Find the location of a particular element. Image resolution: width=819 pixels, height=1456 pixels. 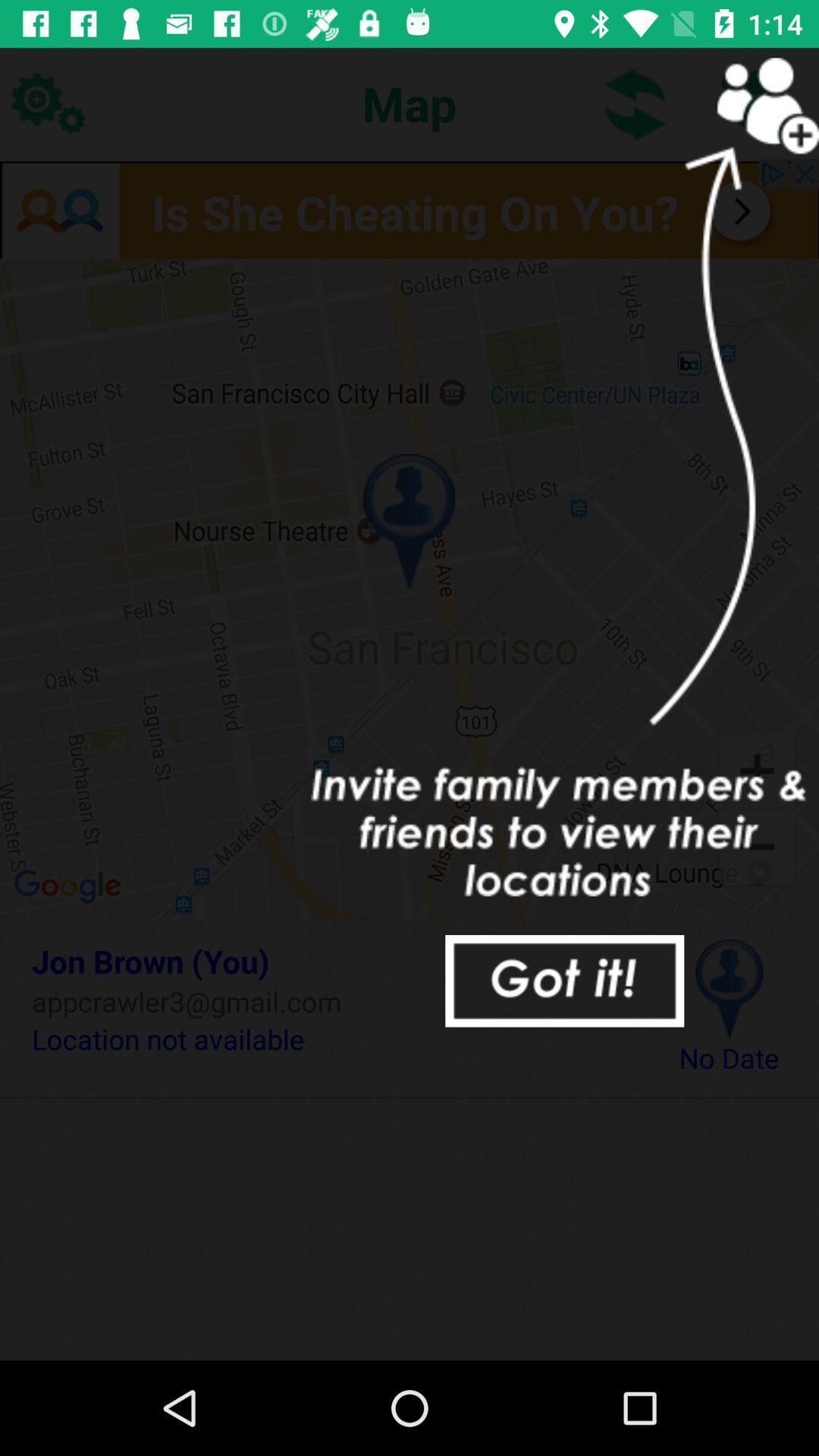

help notification is located at coordinates (564, 981).